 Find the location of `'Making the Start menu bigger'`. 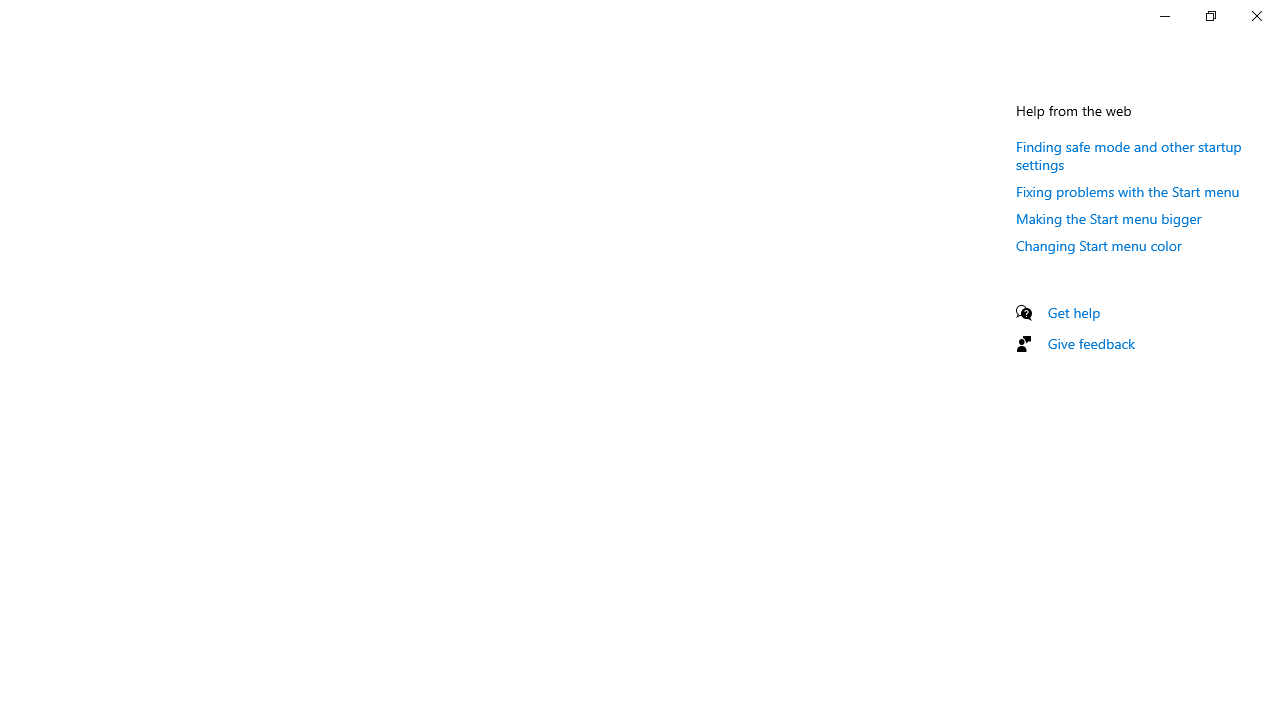

'Making the Start menu bigger' is located at coordinates (1108, 218).